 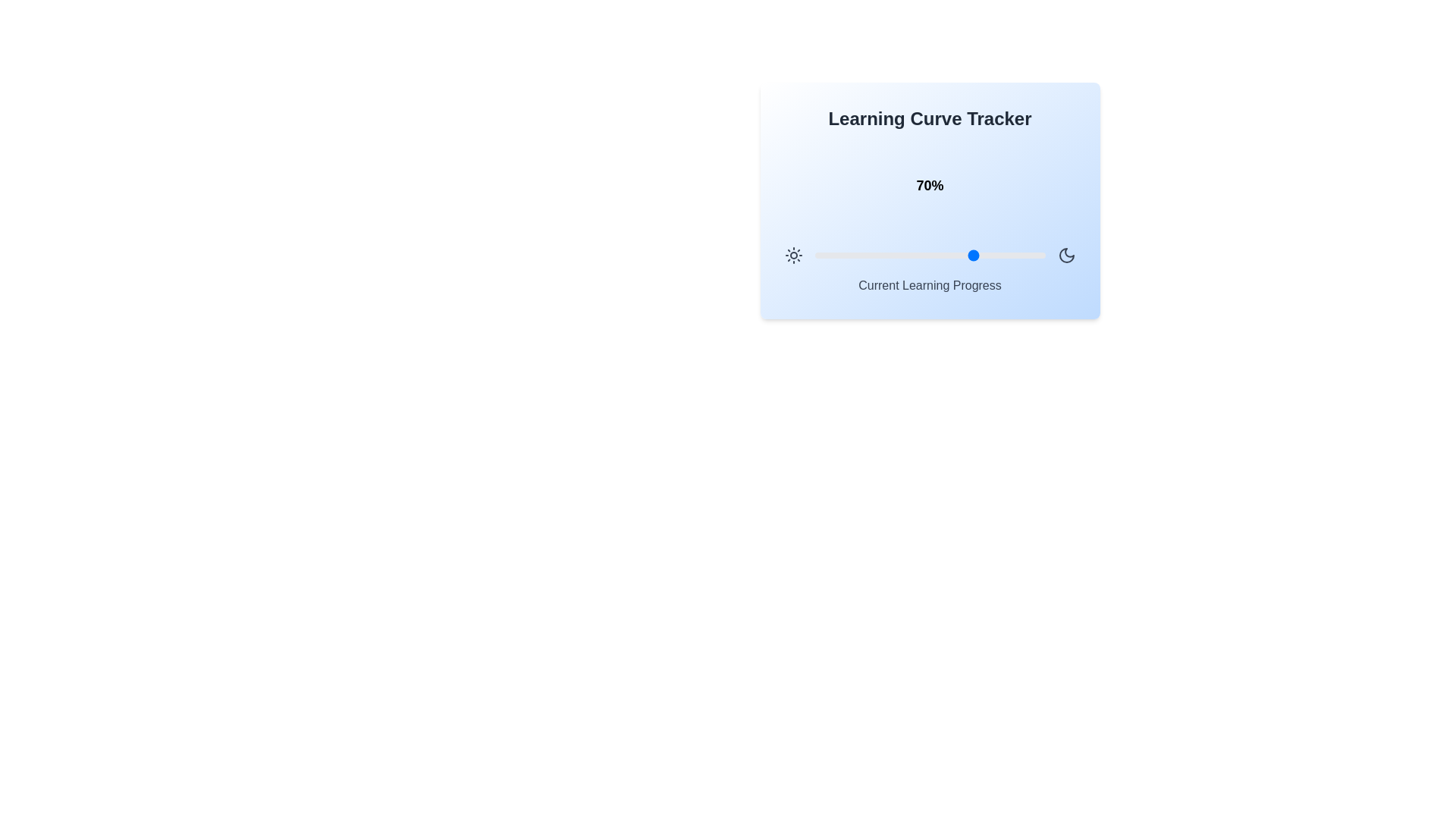 What do you see at coordinates (994, 254) in the screenshot?
I see `the slider to set the progress value to 78%` at bounding box center [994, 254].